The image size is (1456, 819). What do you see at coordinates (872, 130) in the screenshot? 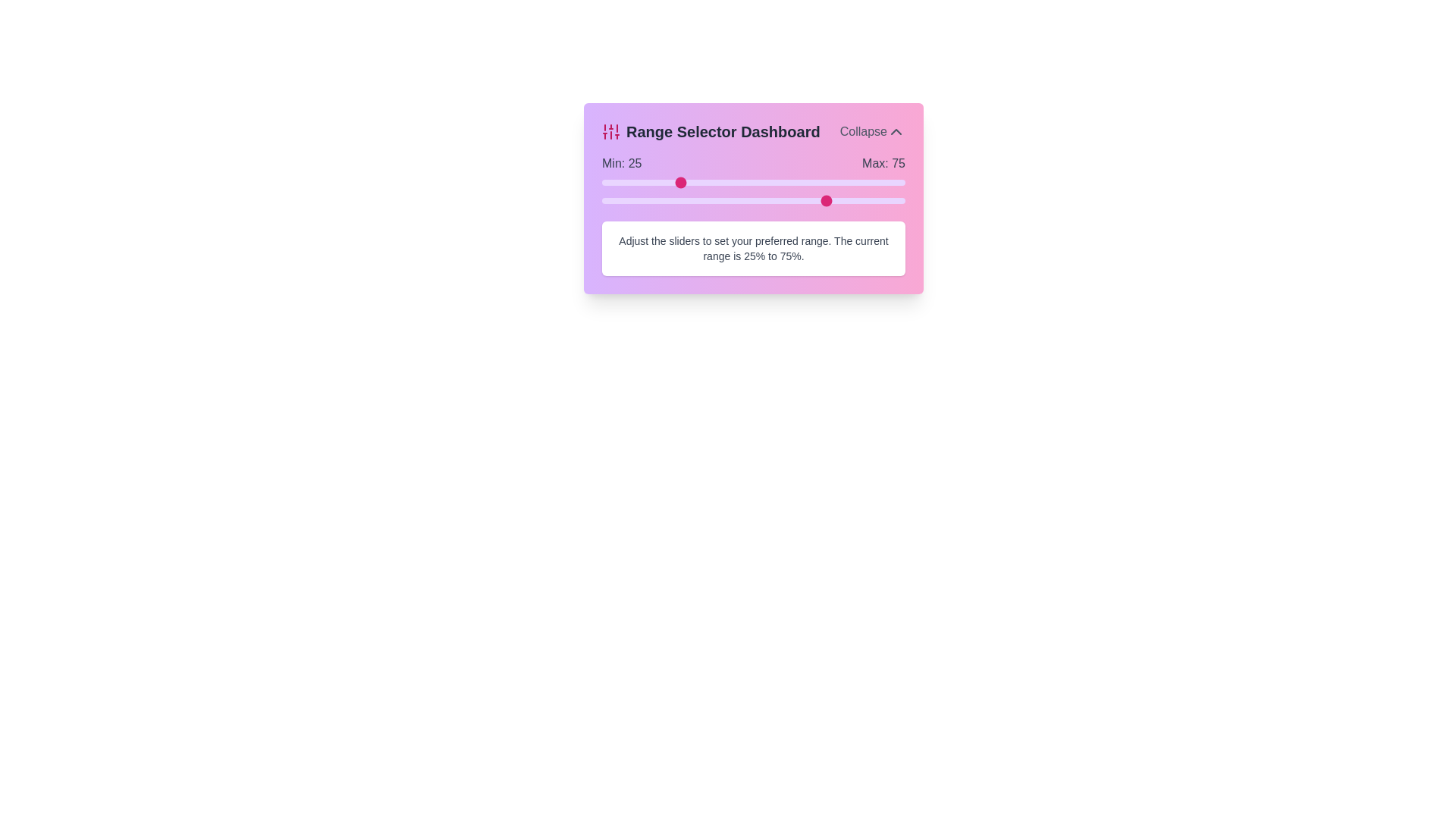
I see `the 'Collapse' button to toggle the panel` at bounding box center [872, 130].